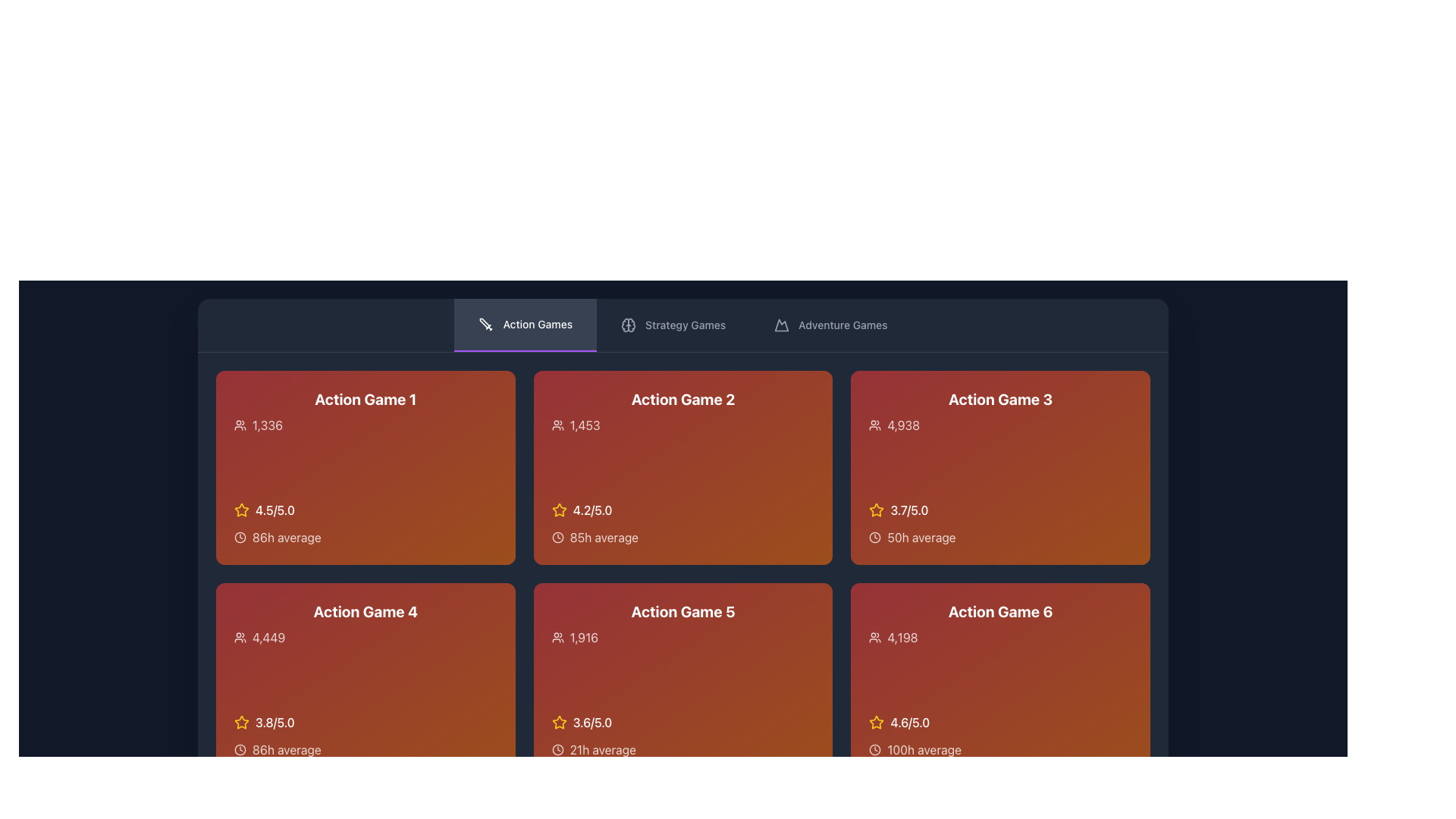 This screenshot has height=819, width=1456. Describe the element at coordinates (682, 510) in the screenshot. I see `the Rating Display located within the second card labeled 'Action Game 2', which shows the average rating through star icons and a numerical score` at that location.